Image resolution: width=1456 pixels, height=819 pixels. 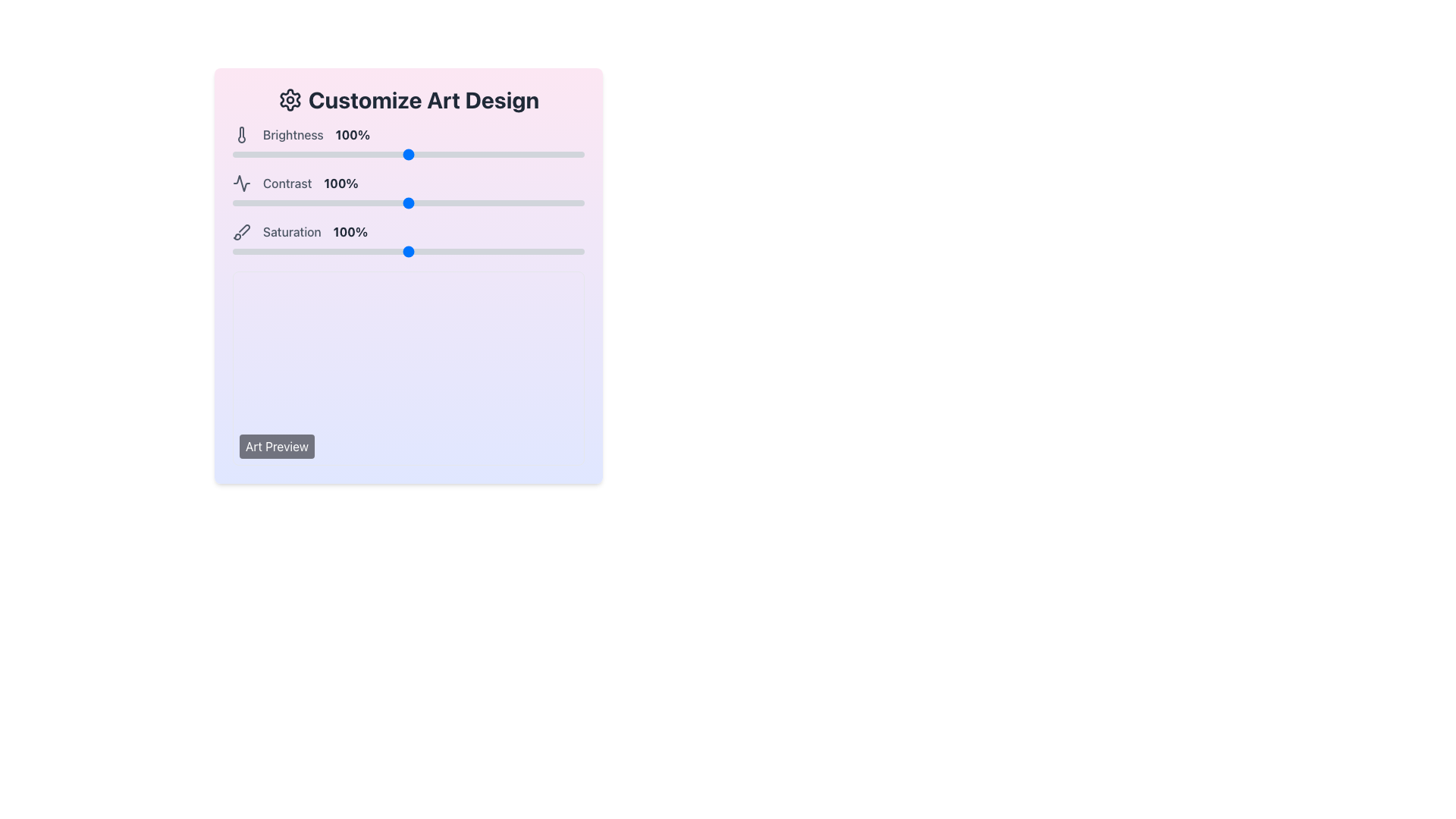 What do you see at coordinates (408, 369) in the screenshot?
I see `the Preview Area, which is a rectangular section with a rounded border located at the bottom of the 'Customize Art Design' panel, displaying a background image and labeled 'Art Preview'` at bounding box center [408, 369].